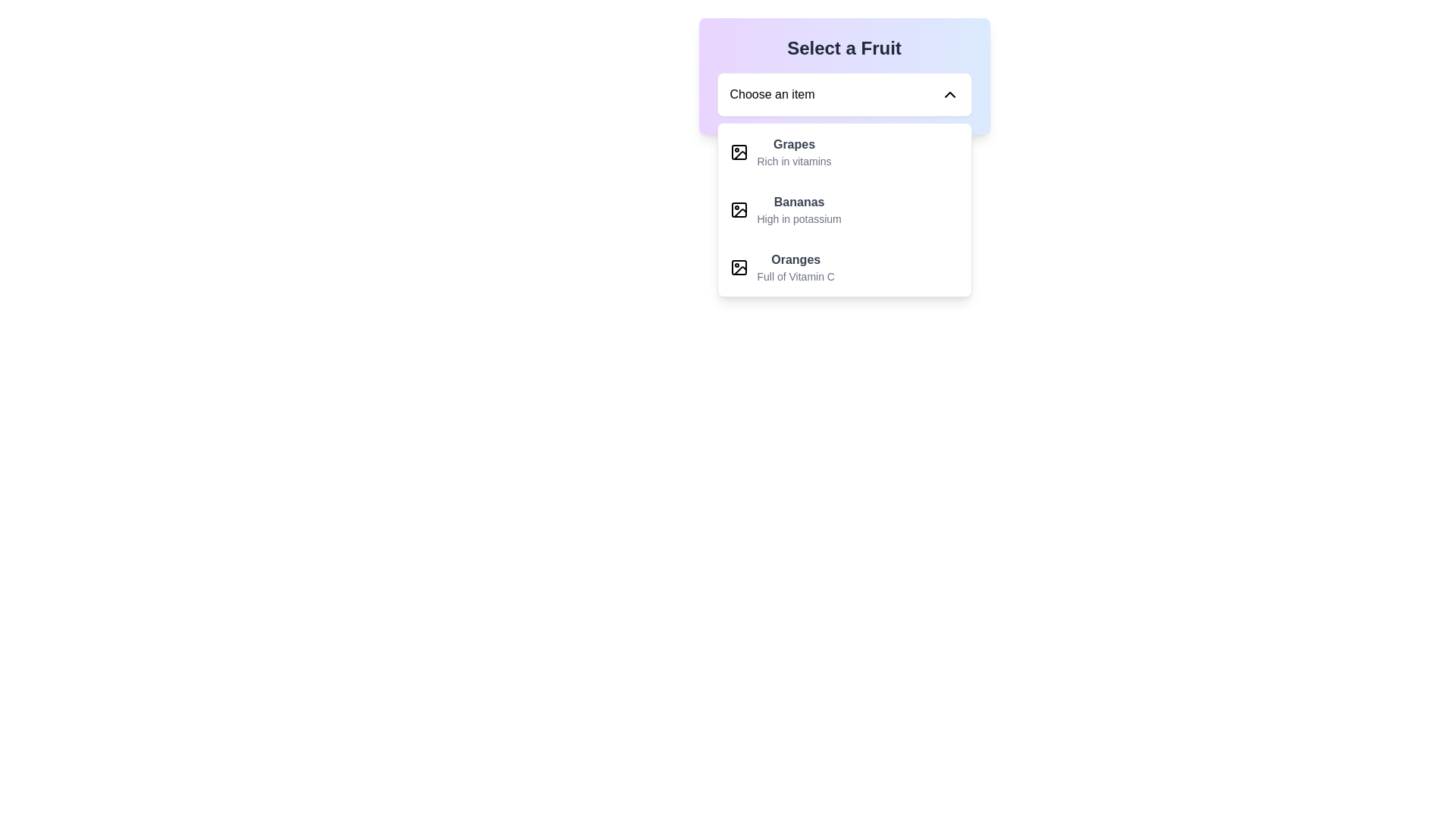  I want to click on the second list item labeled 'Bananas' in the 'Select a Fruit' list, so click(843, 210).